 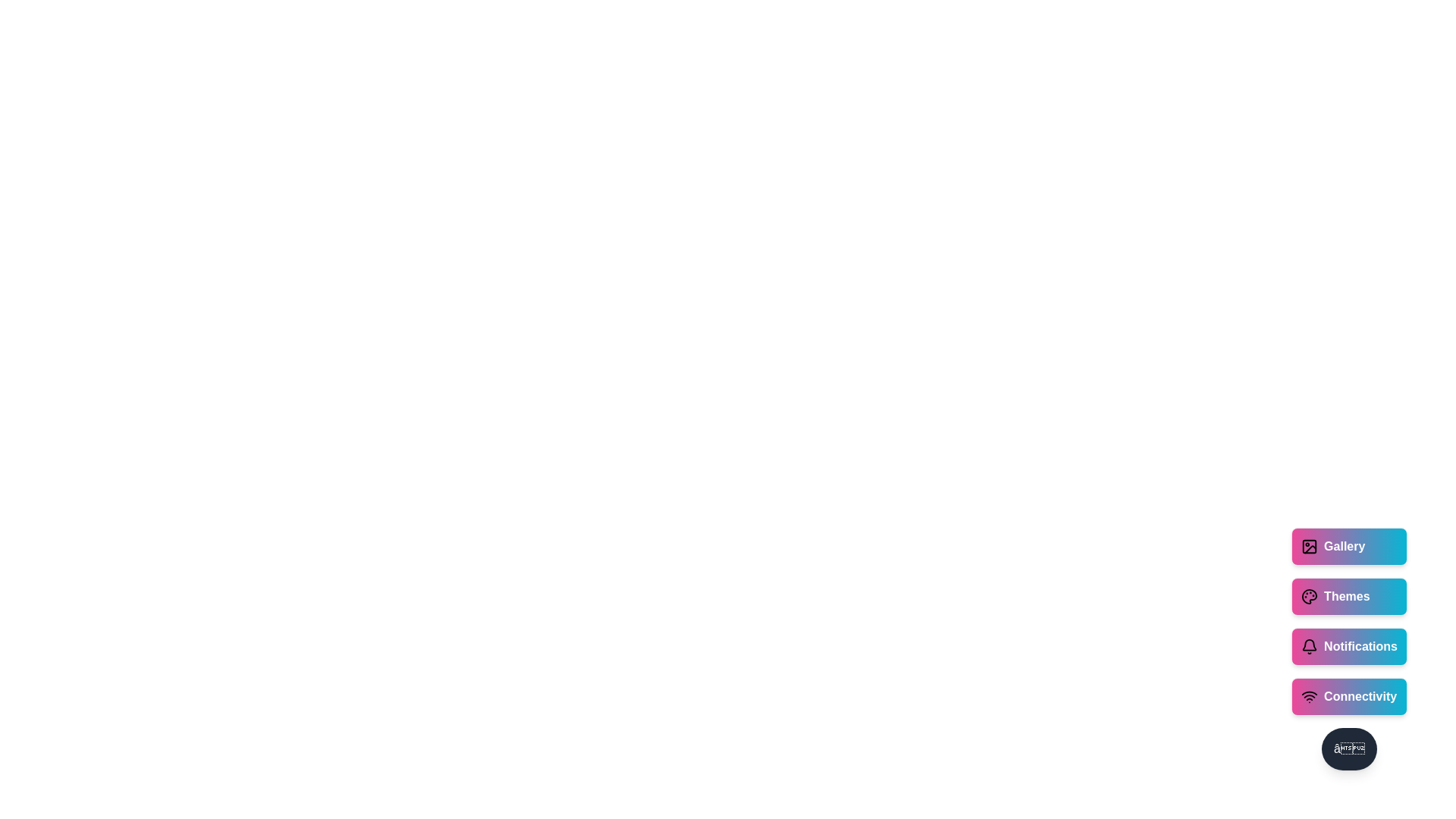 What do you see at coordinates (1309, 645) in the screenshot?
I see `the bell-shaped outline icon representing notifications or alerts, which is a subcomponent of the bell icon in the interface` at bounding box center [1309, 645].